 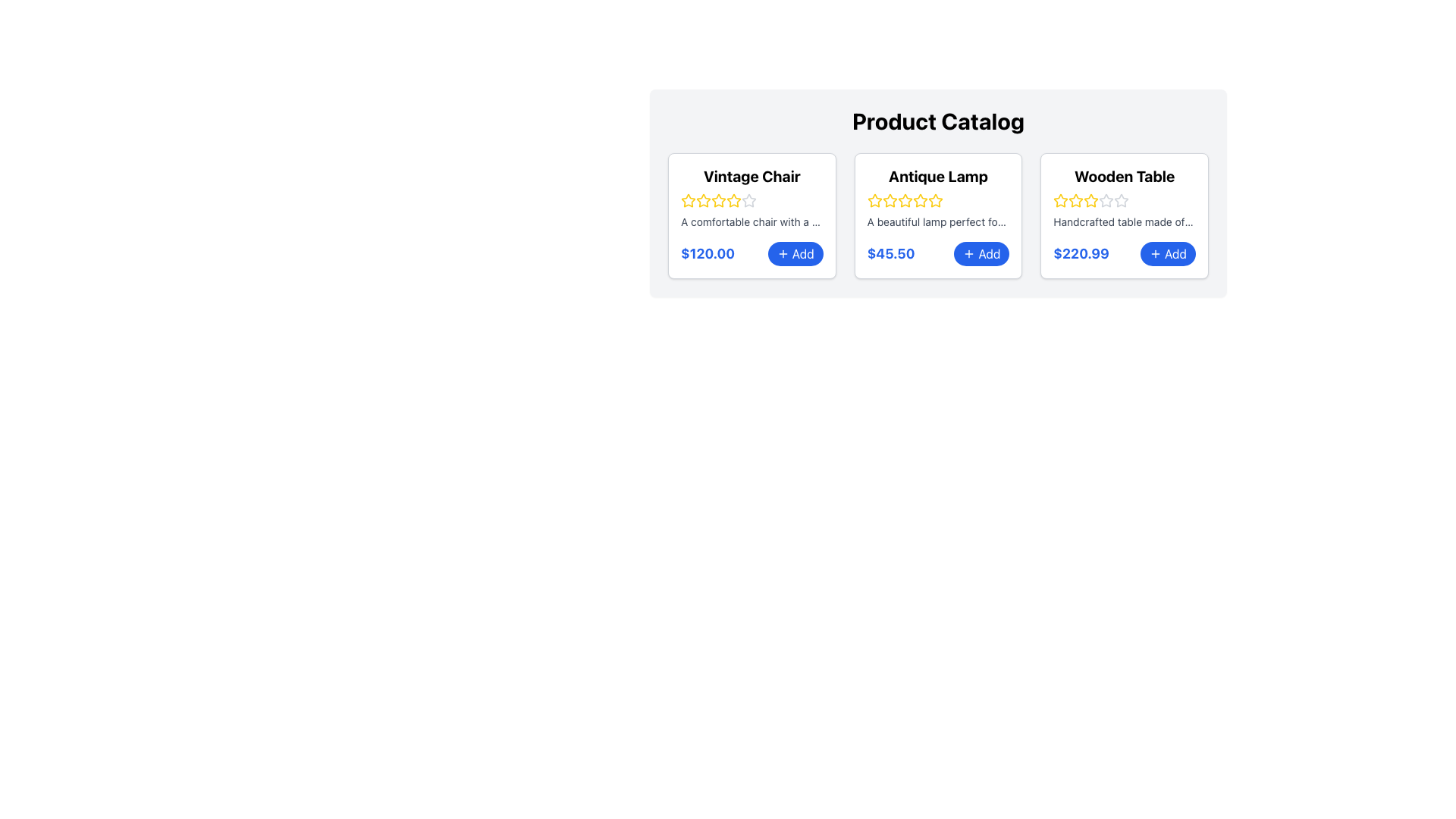 What do you see at coordinates (1060, 200) in the screenshot?
I see `the first star icon in the rating indicator for the 'Wooden Table' product to interact with the rating` at bounding box center [1060, 200].